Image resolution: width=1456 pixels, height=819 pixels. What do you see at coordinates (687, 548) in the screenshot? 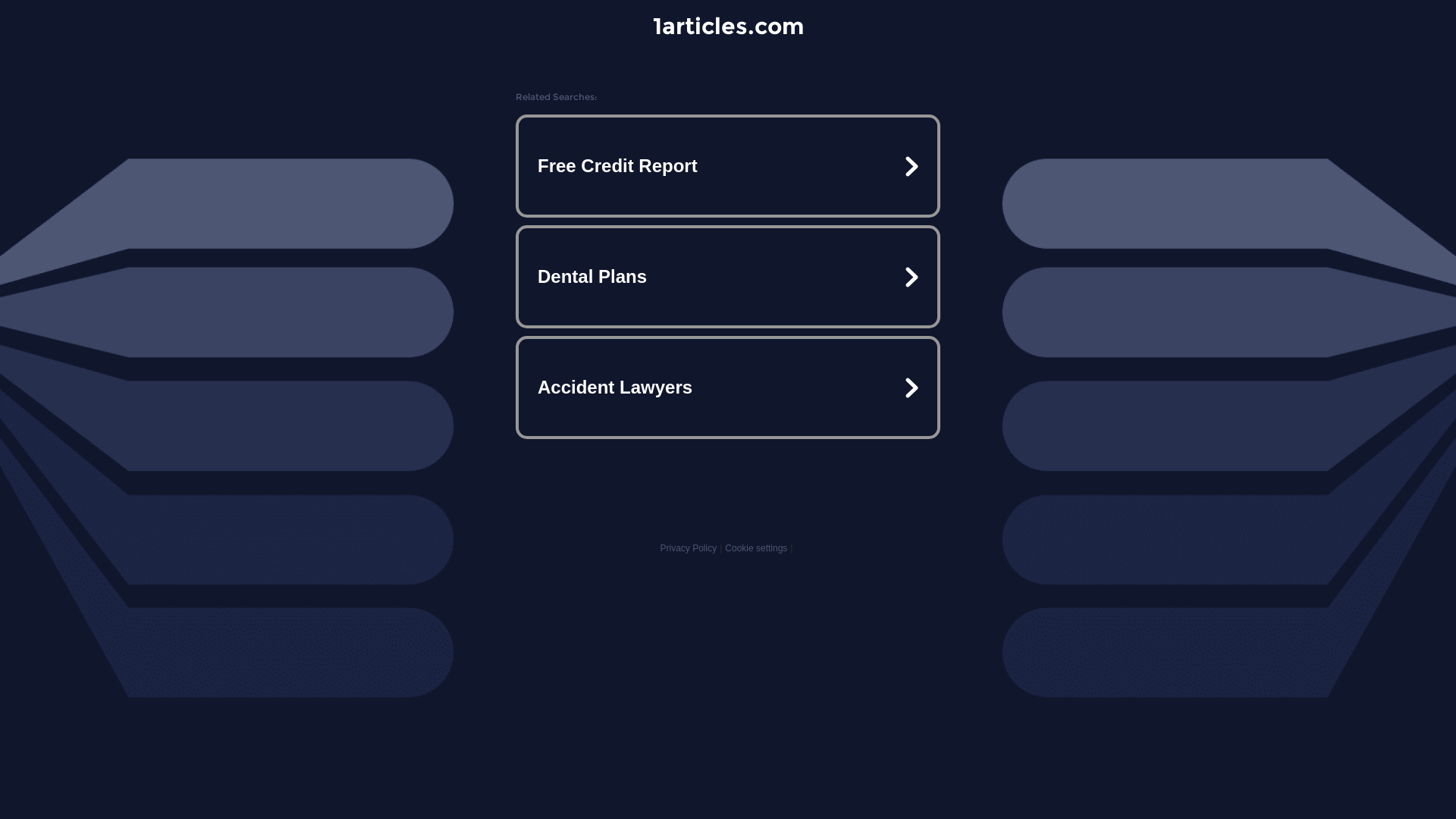
I see `'Privacy Policy'` at bounding box center [687, 548].